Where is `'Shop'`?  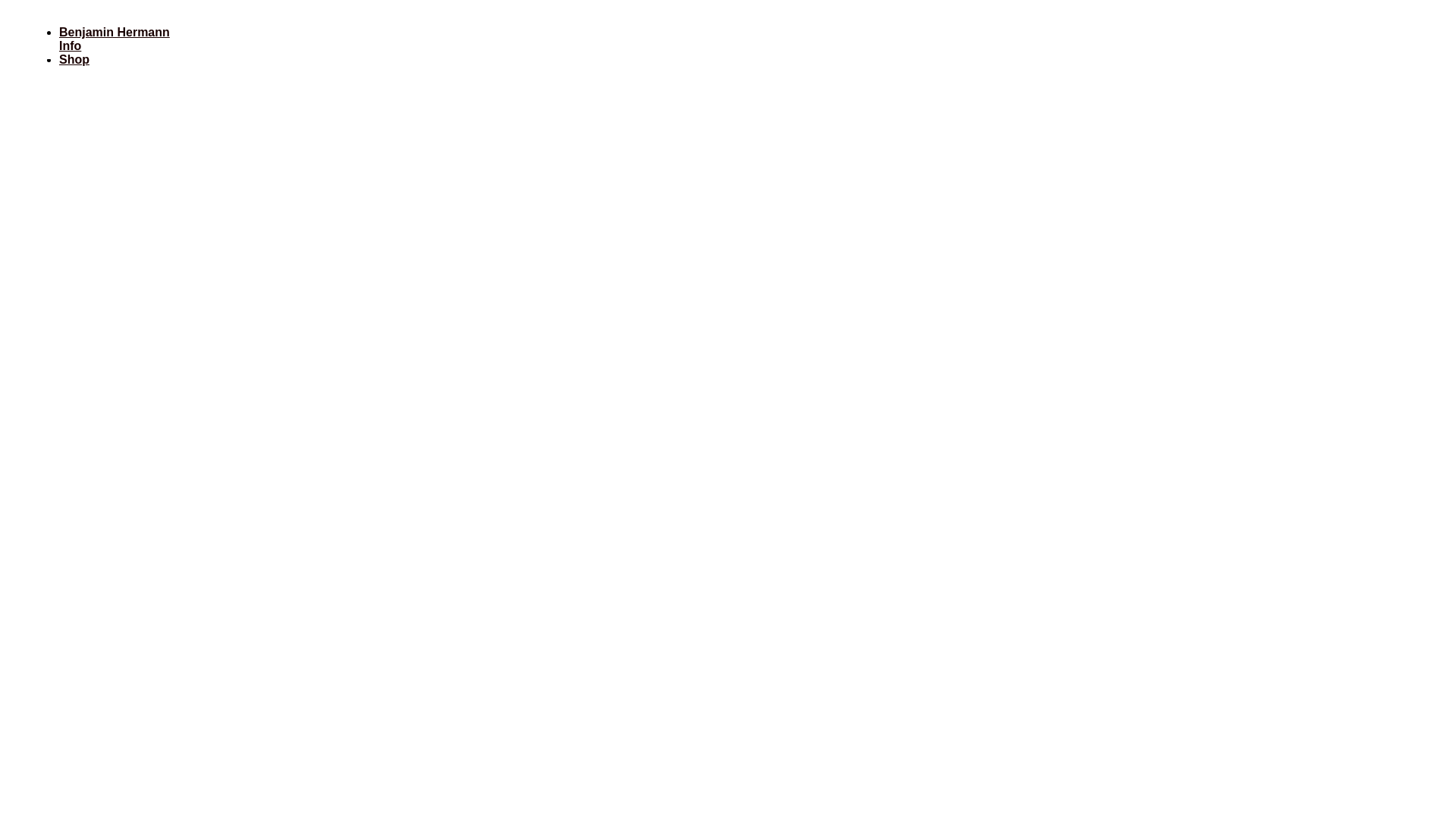
'Shop' is located at coordinates (73, 58).